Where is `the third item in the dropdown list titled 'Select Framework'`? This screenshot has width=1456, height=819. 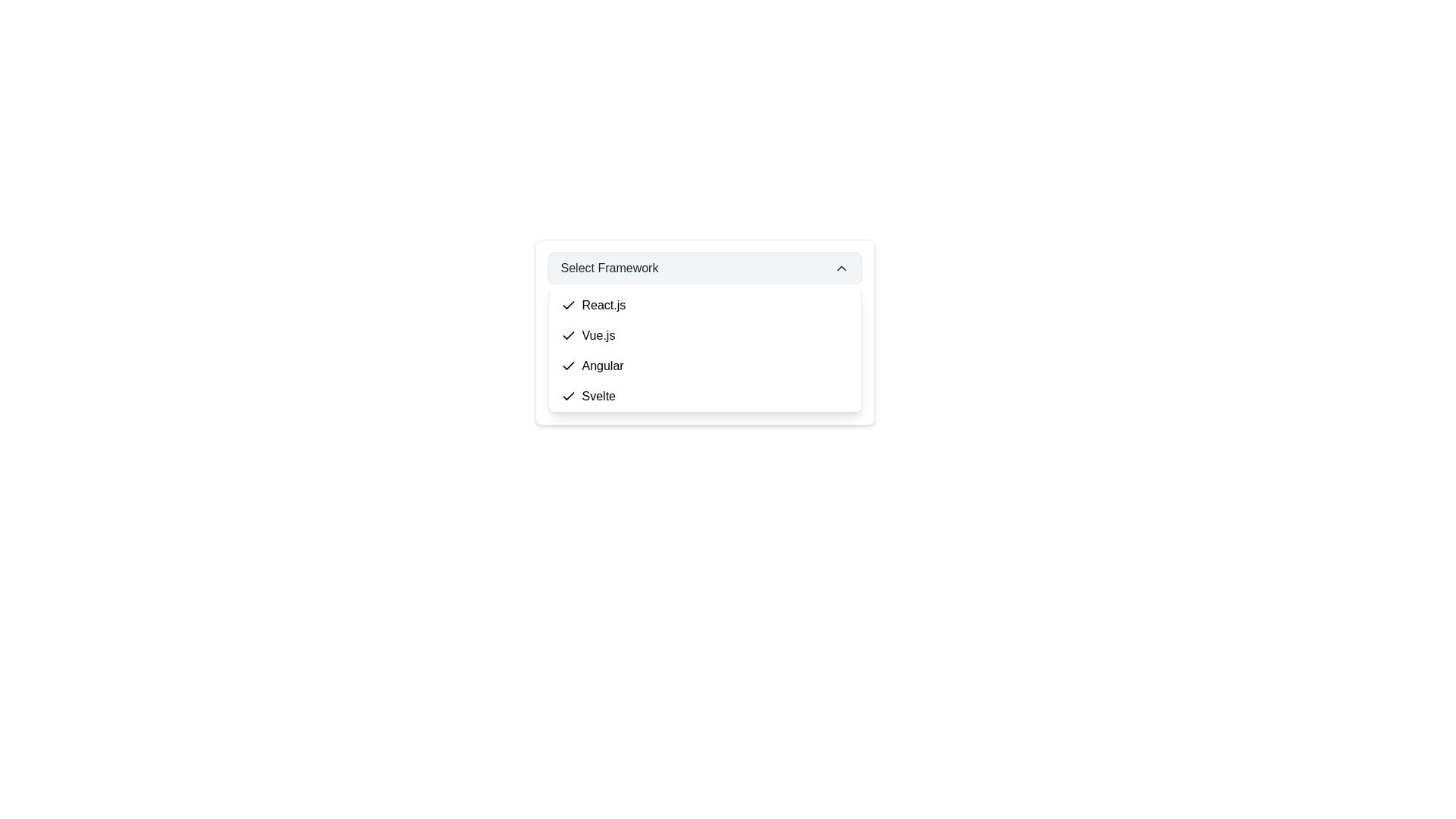
the third item in the dropdown list titled 'Select Framework' is located at coordinates (591, 366).